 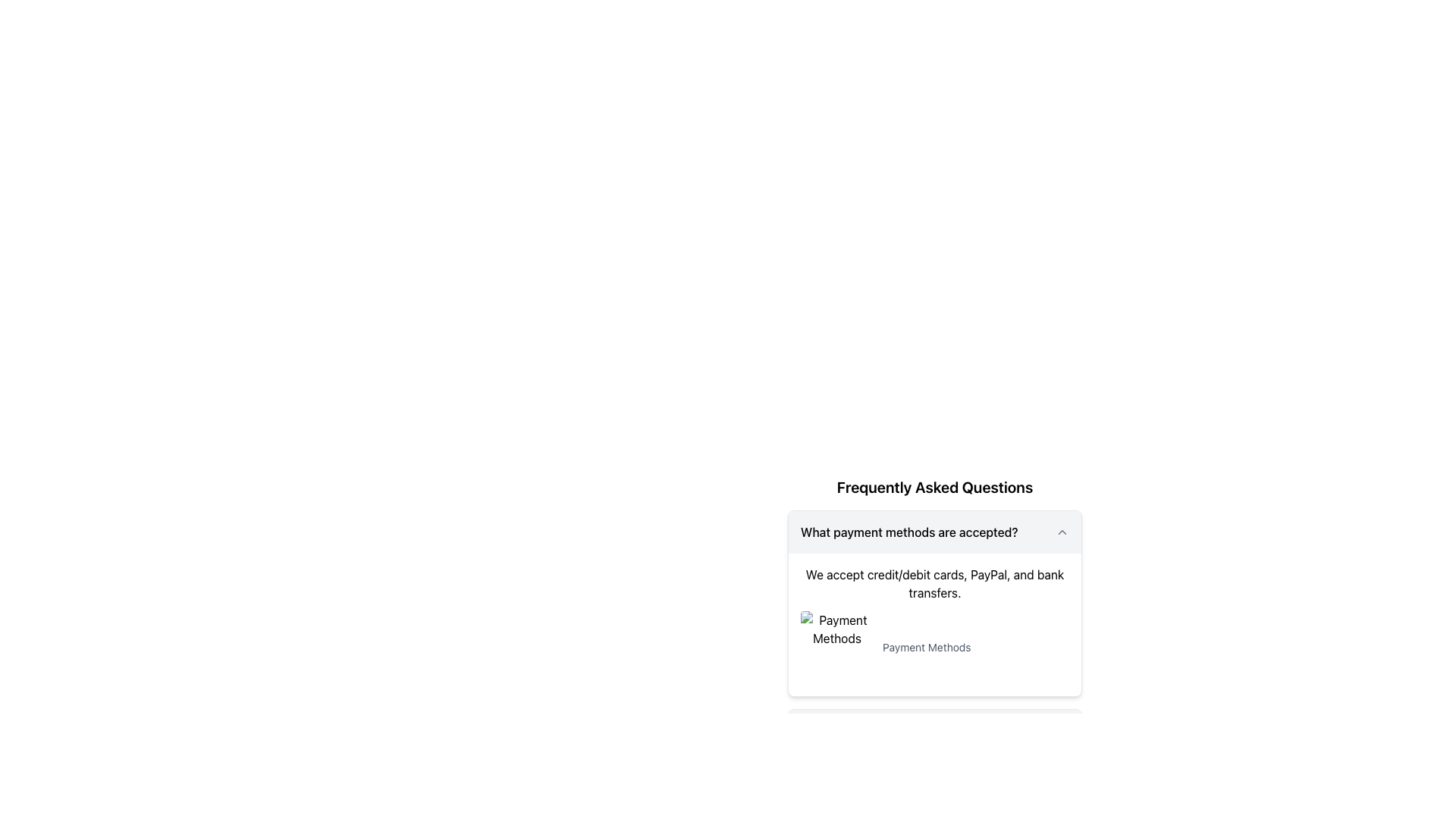 What do you see at coordinates (934, 576) in the screenshot?
I see `the Frequently Asked Questions section containing the question 'What payment methods are accepted?' to read its content` at bounding box center [934, 576].